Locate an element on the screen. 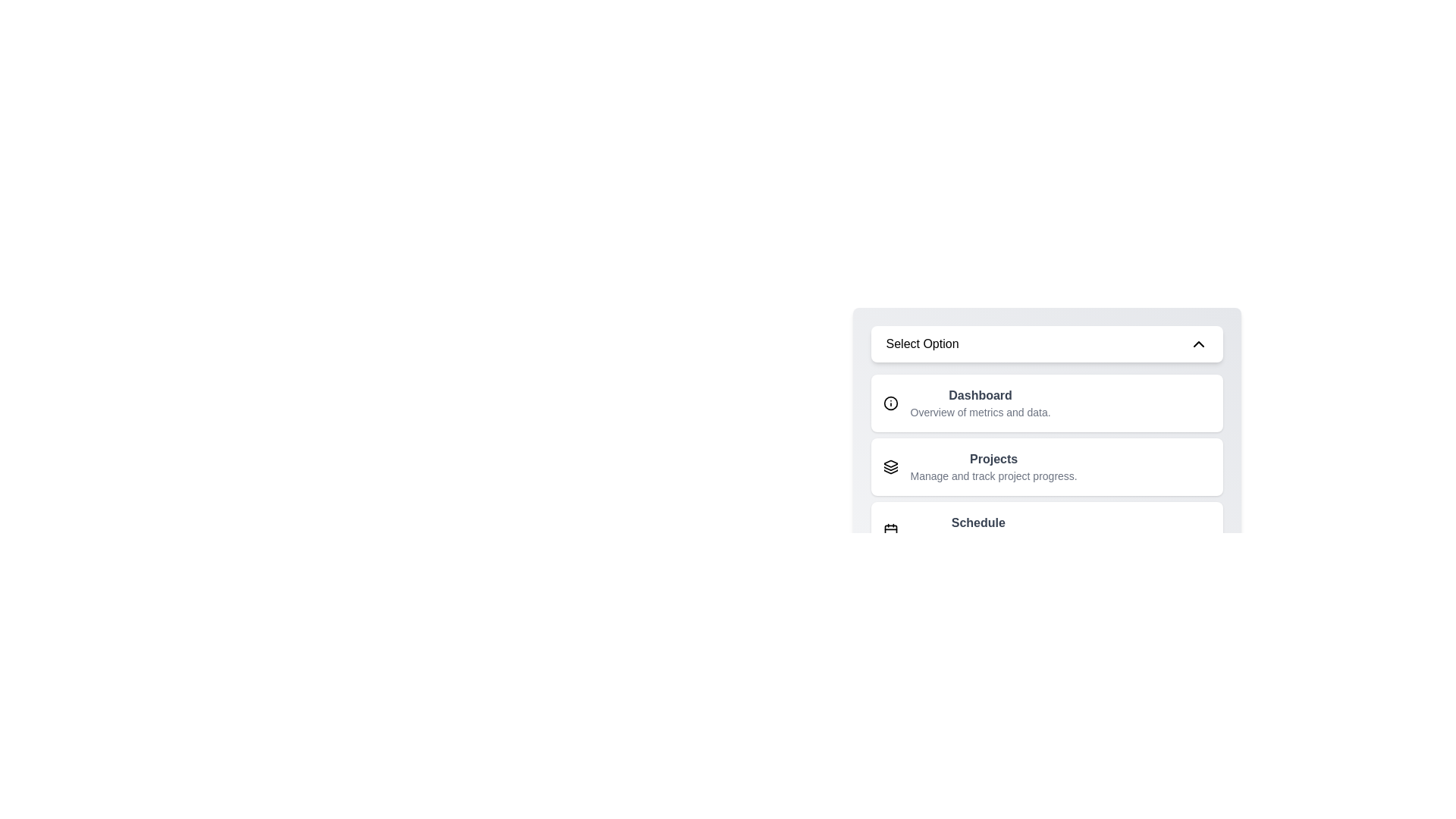 The width and height of the screenshot is (1456, 819). the option Dashboard from the dropdown menu is located at coordinates (1046, 403).